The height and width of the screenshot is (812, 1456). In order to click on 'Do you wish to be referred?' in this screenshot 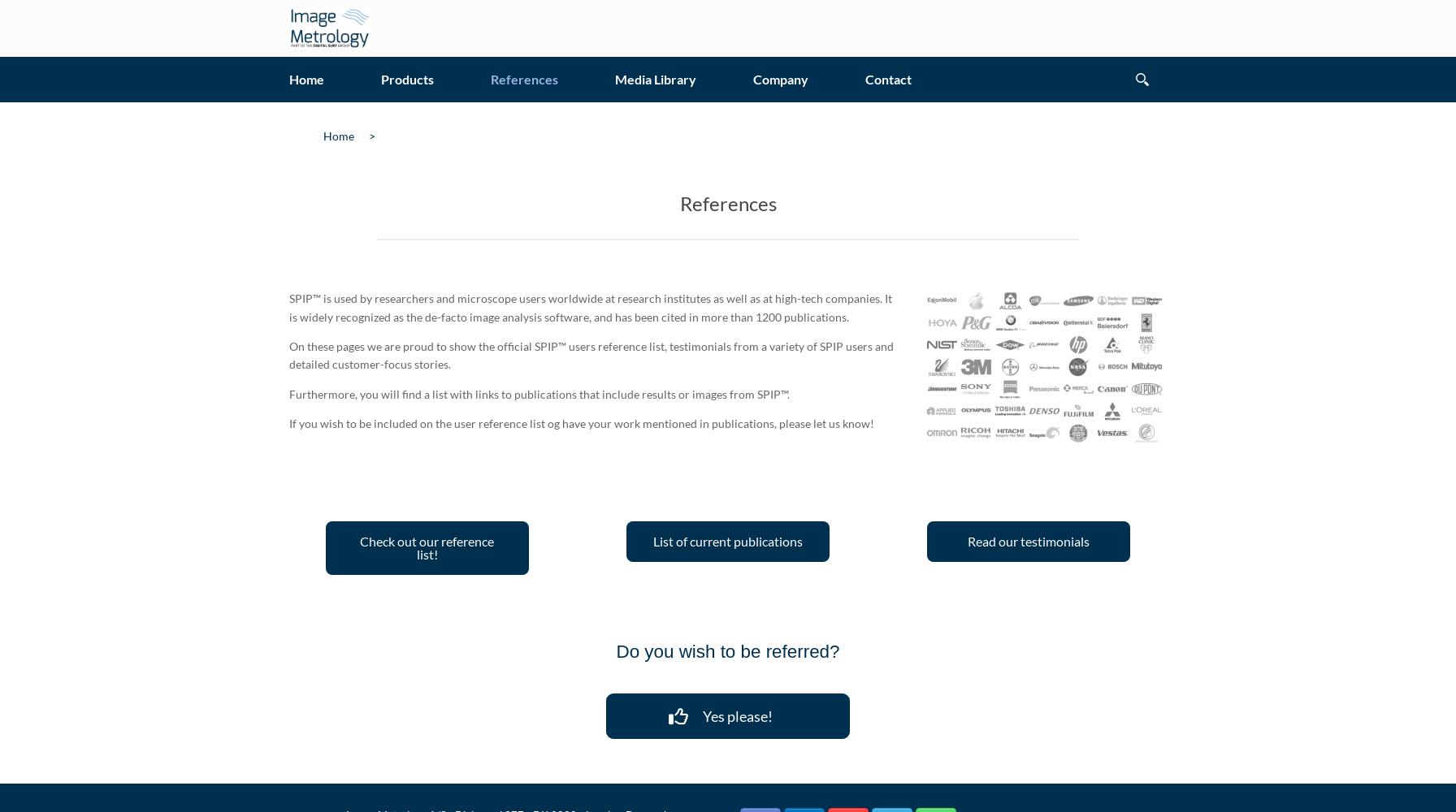, I will do `click(727, 651)`.